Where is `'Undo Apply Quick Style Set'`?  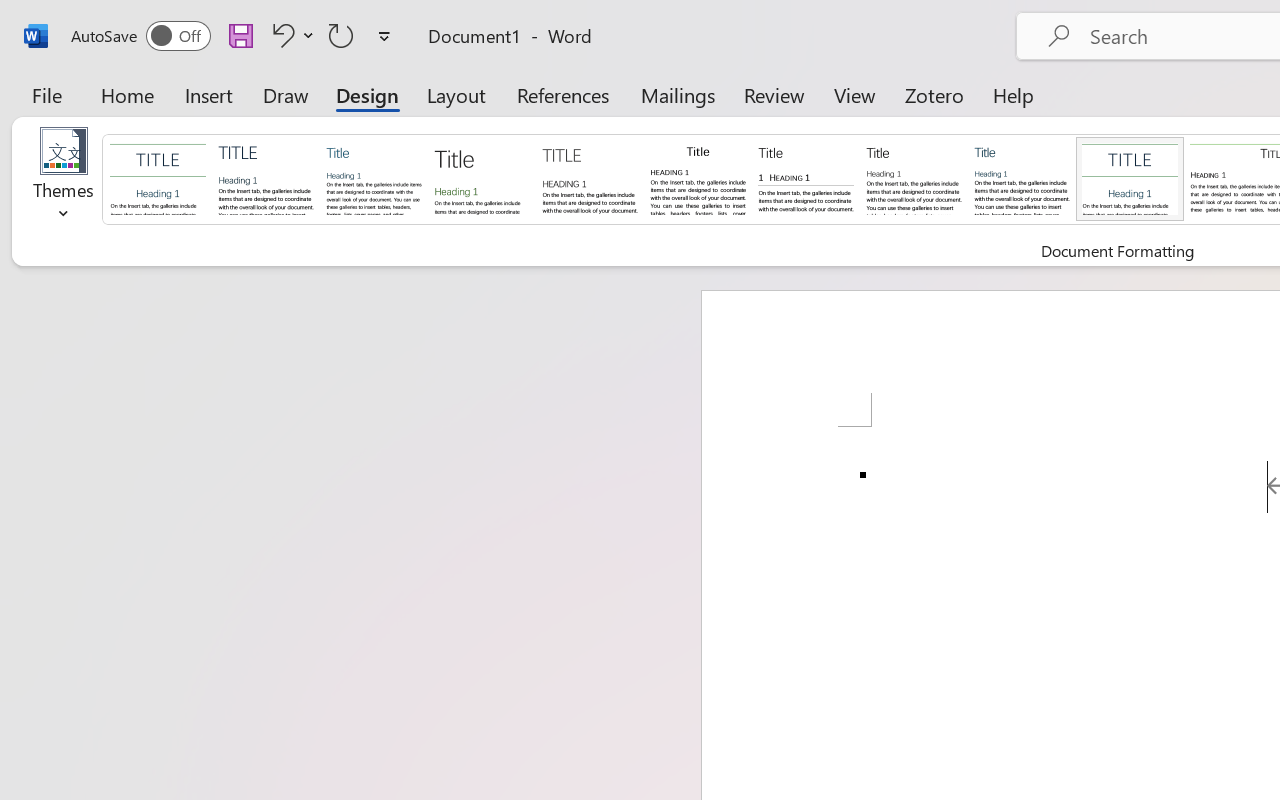
'Undo Apply Quick Style Set' is located at coordinates (279, 34).